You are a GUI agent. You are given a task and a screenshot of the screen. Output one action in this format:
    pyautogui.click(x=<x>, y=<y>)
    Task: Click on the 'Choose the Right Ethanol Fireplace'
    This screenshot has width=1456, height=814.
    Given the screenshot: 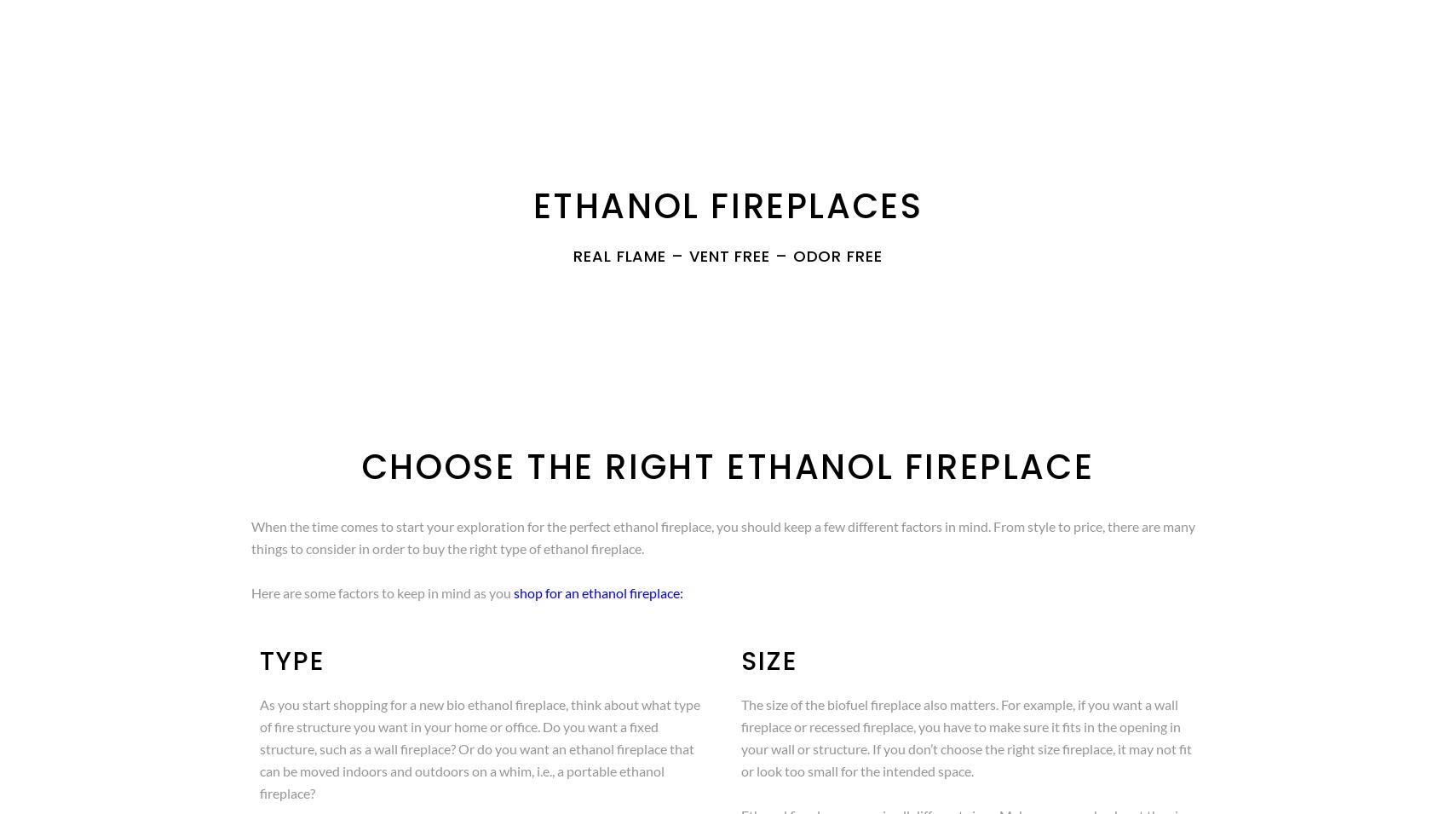 What is the action you would take?
    pyautogui.click(x=726, y=466)
    